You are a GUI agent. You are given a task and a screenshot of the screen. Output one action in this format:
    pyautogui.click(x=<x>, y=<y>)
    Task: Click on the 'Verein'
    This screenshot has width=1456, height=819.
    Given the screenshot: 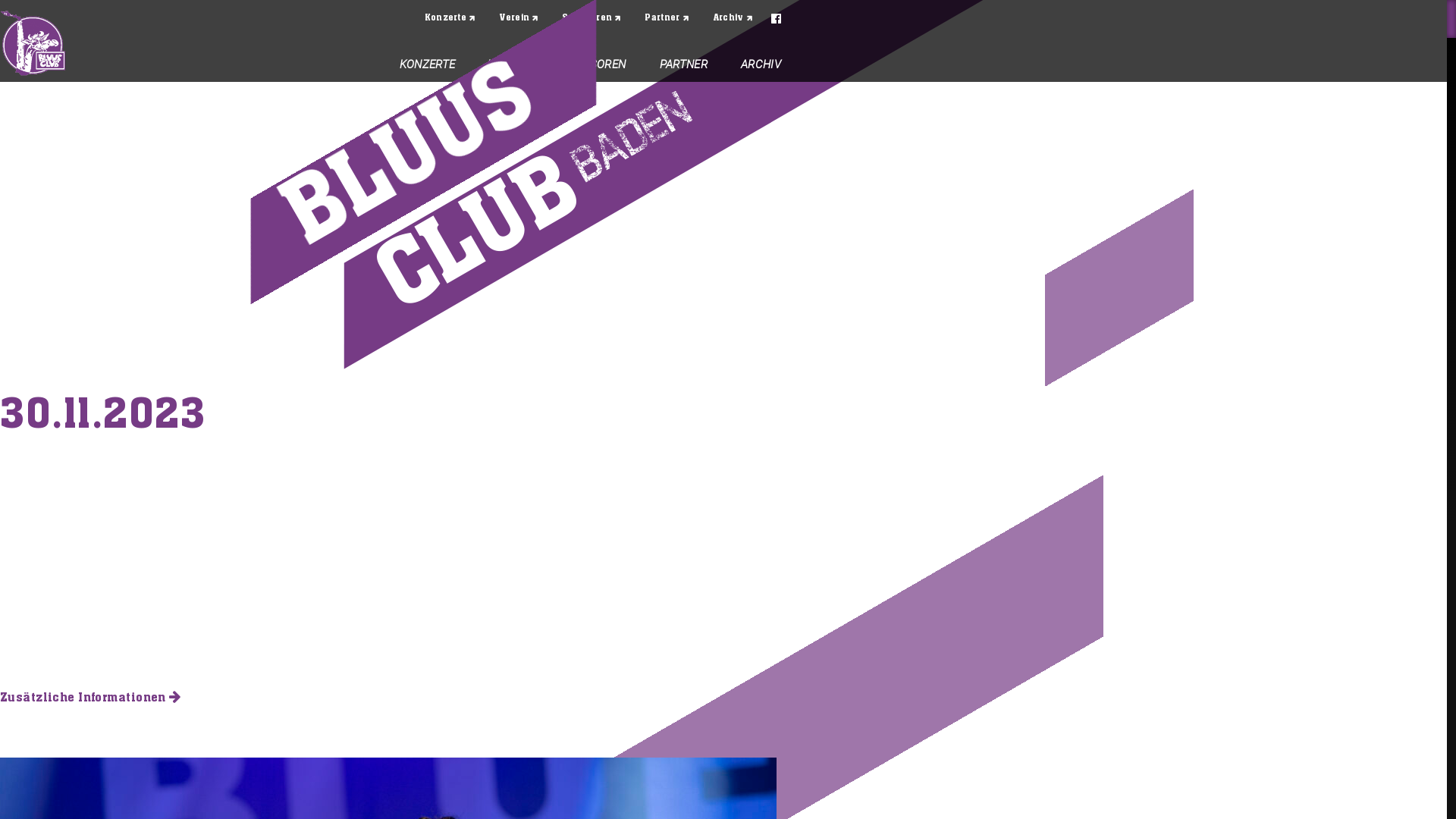 What is the action you would take?
    pyautogui.click(x=519, y=17)
    